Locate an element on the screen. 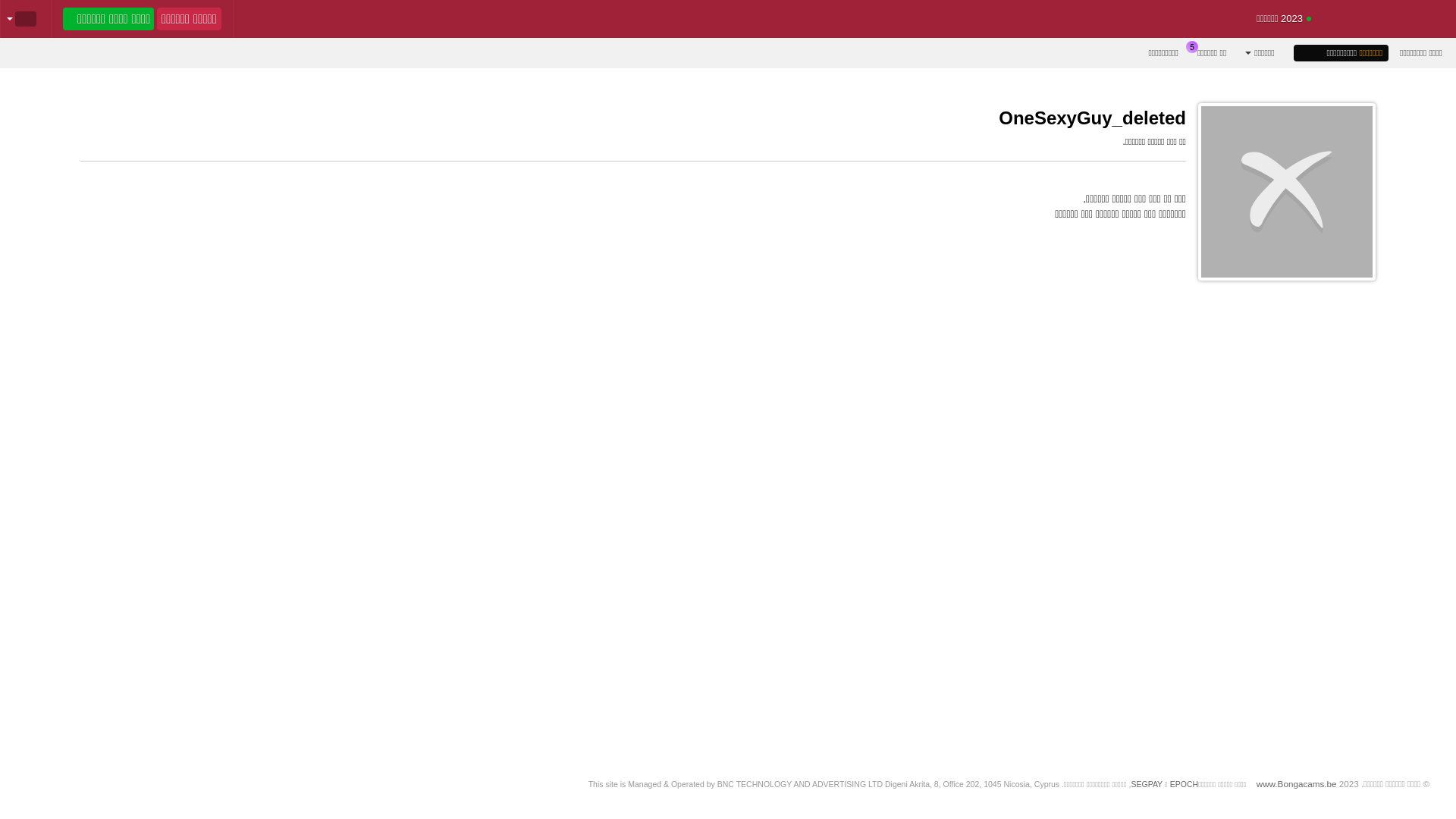 The height and width of the screenshot is (819, 1456). 'EPOCH' is located at coordinates (1183, 783).